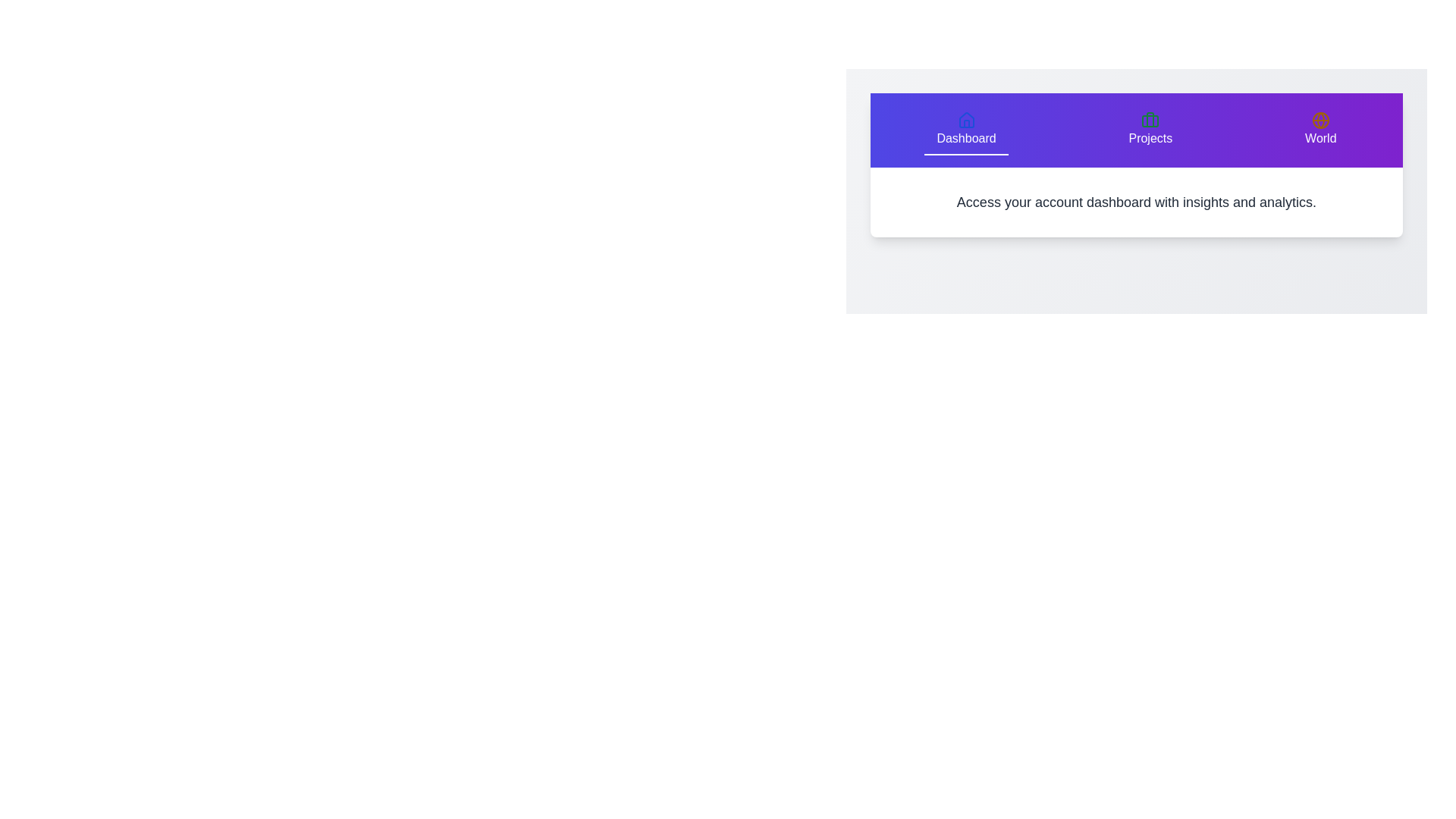 The height and width of the screenshot is (819, 1456). What do you see at coordinates (1319, 130) in the screenshot?
I see `the 'World' tab to display its content` at bounding box center [1319, 130].